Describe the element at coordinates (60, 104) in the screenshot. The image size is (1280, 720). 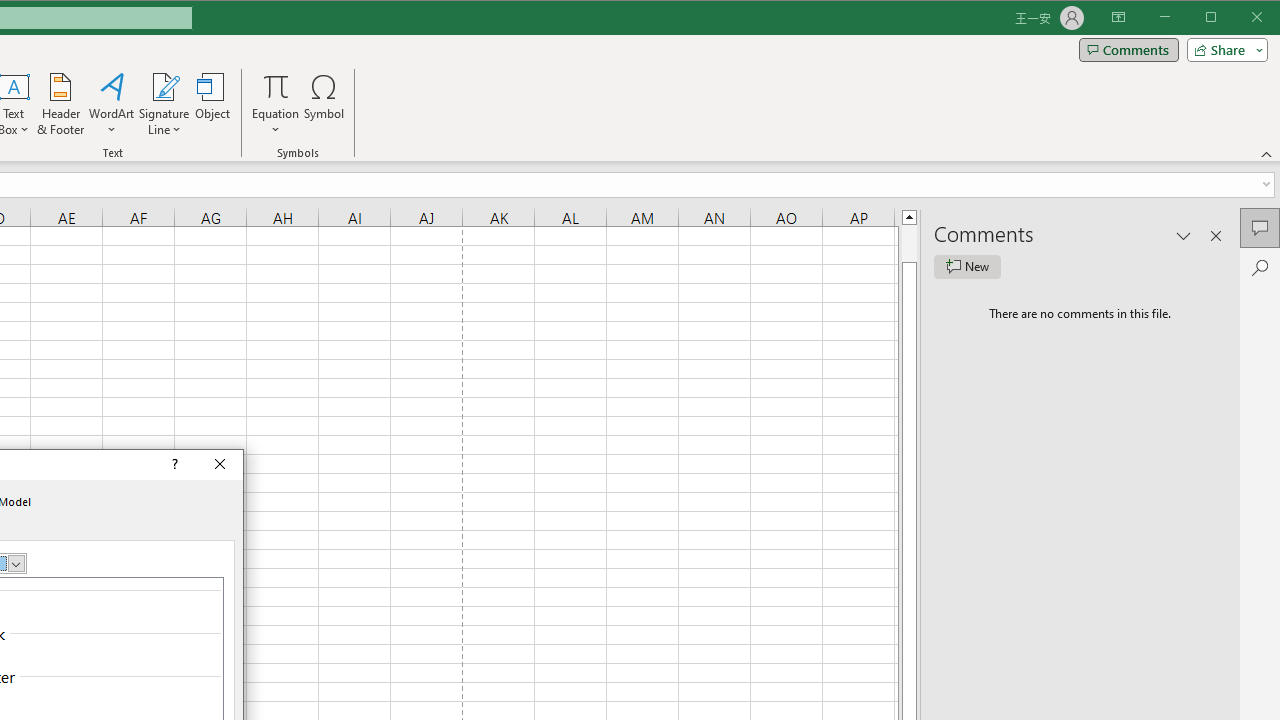
I see `'Header & Footer...'` at that location.